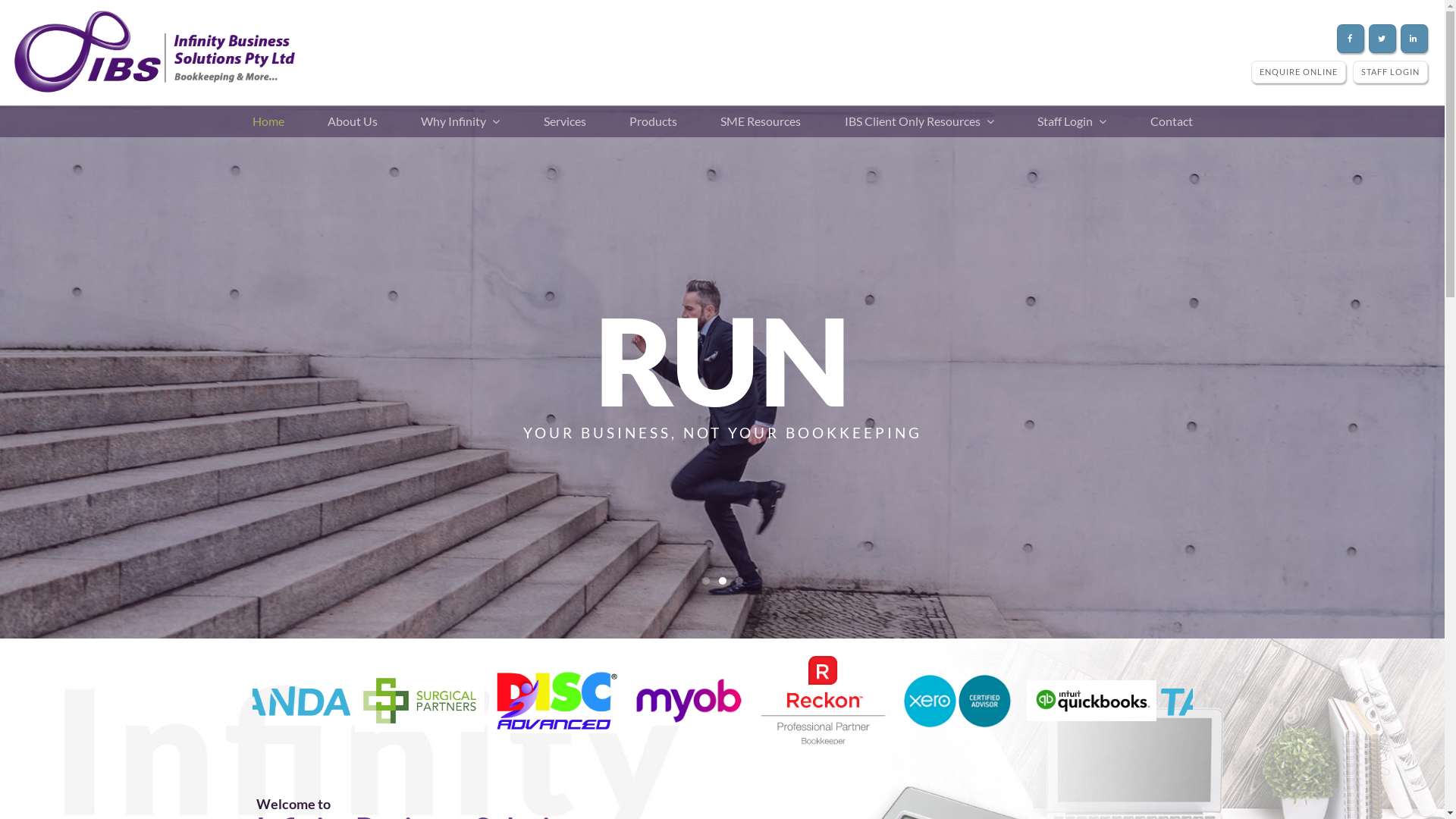 This screenshot has height=819, width=1456. What do you see at coordinates (243, 120) in the screenshot?
I see `'Home'` at bounding box center [243, 120].